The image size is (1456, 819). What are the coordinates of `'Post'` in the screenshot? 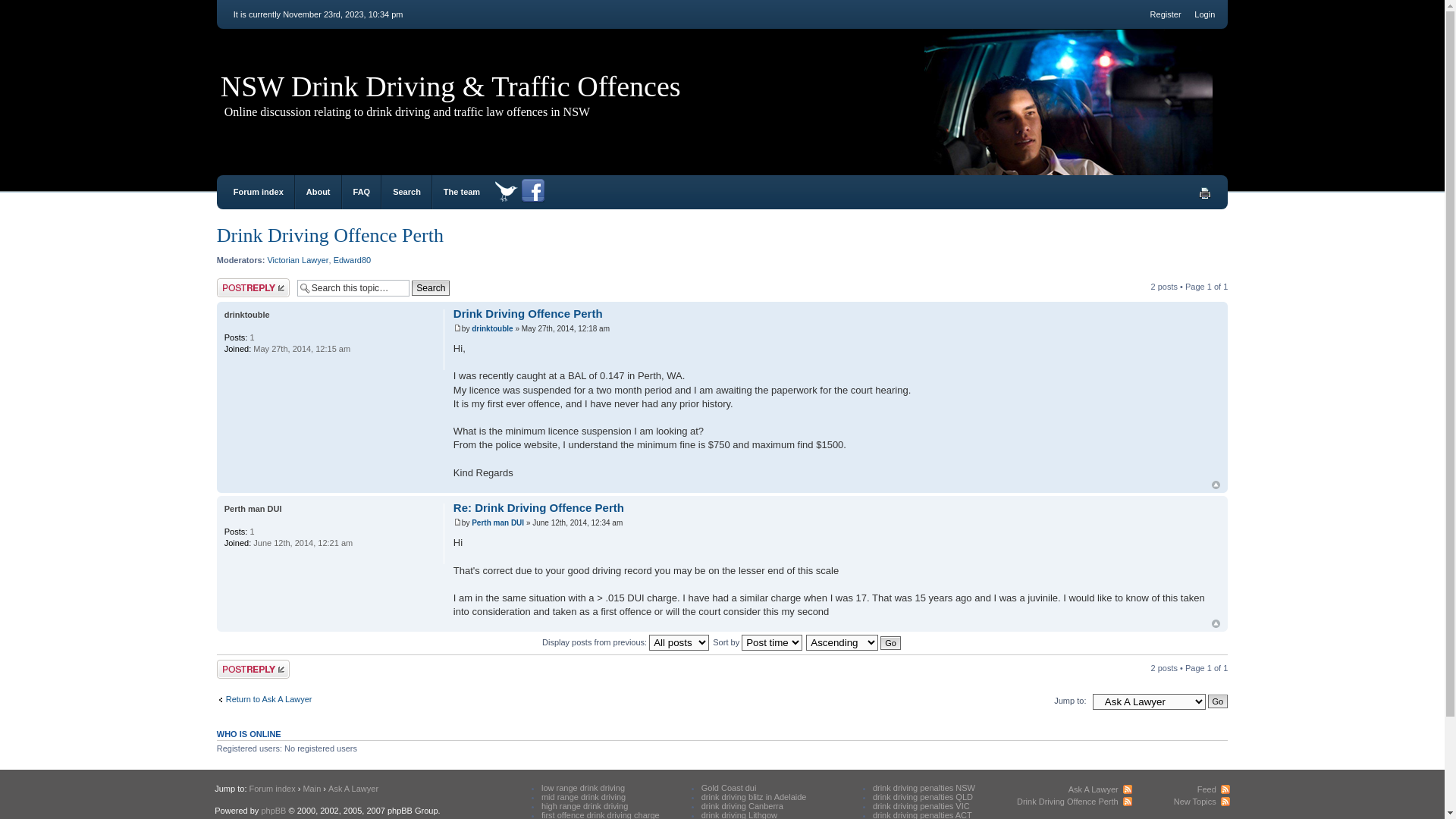 It's located at (457, 521).